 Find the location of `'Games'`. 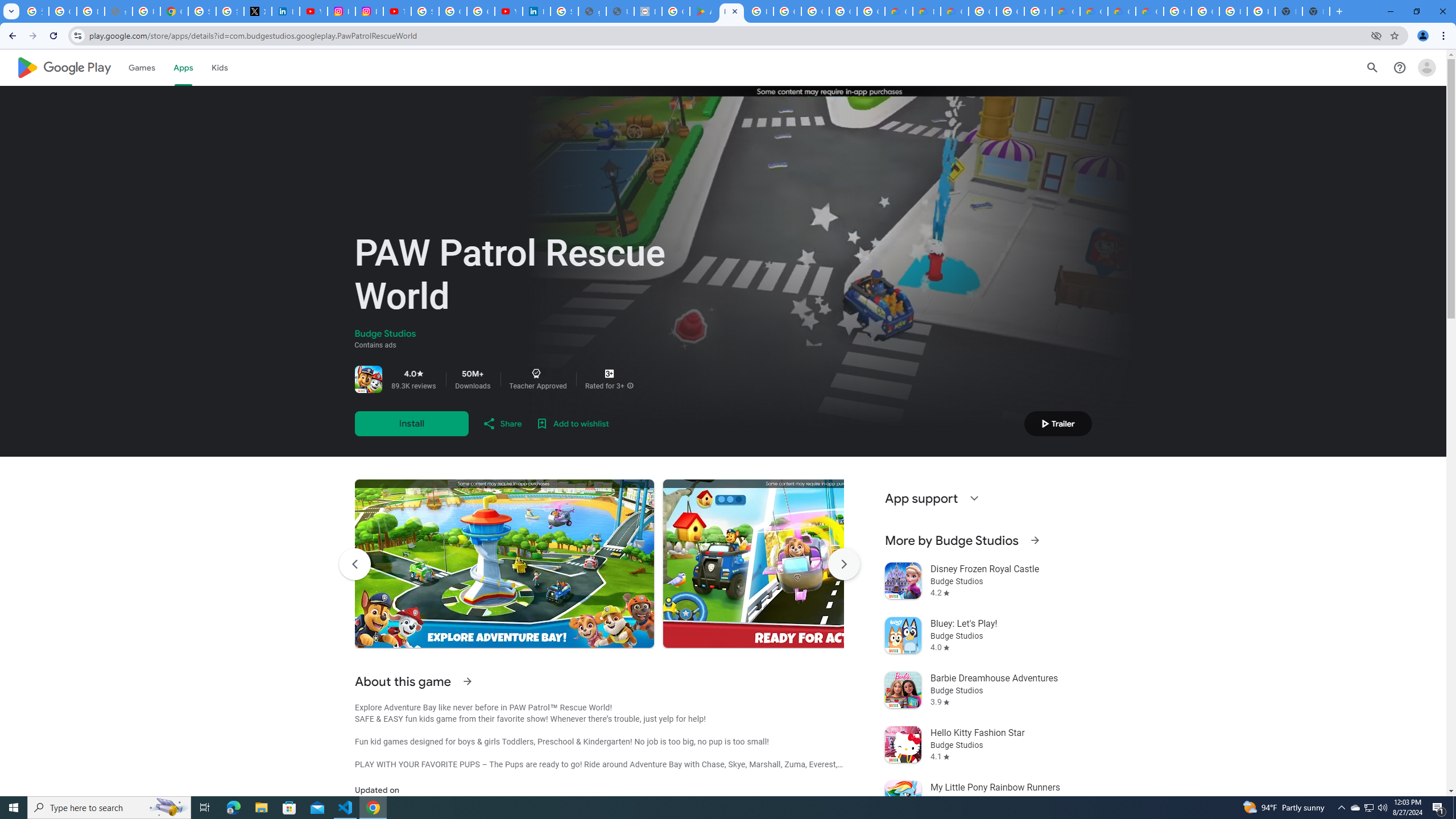

'Games' is located at coordinates (141, 67).